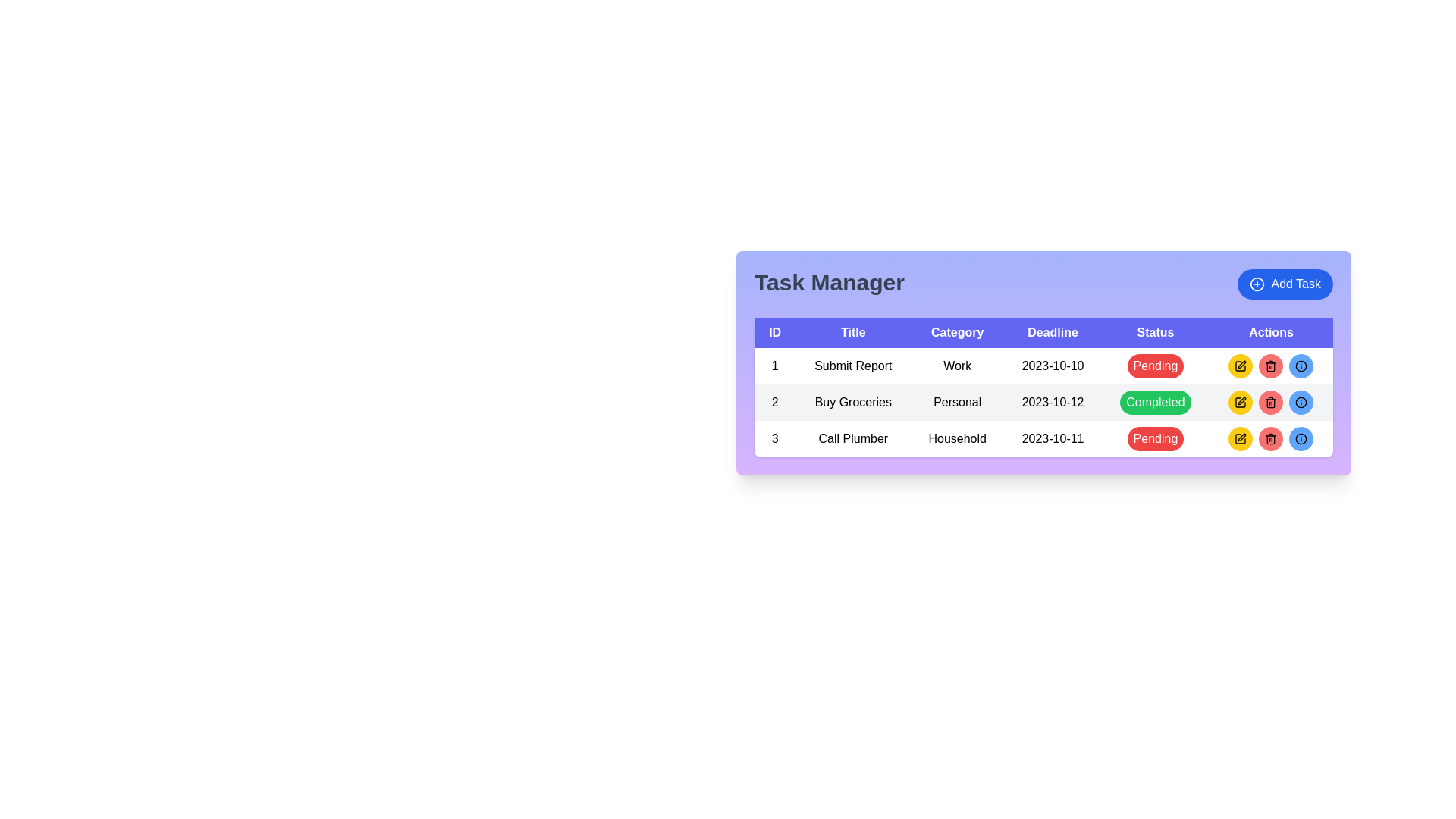 The height and width of the screenshot is (819, 1456). I want to click on the 'Personal' text label in the 'Category' column of the second row in the 'Task Manager' table, so click(956, 402).